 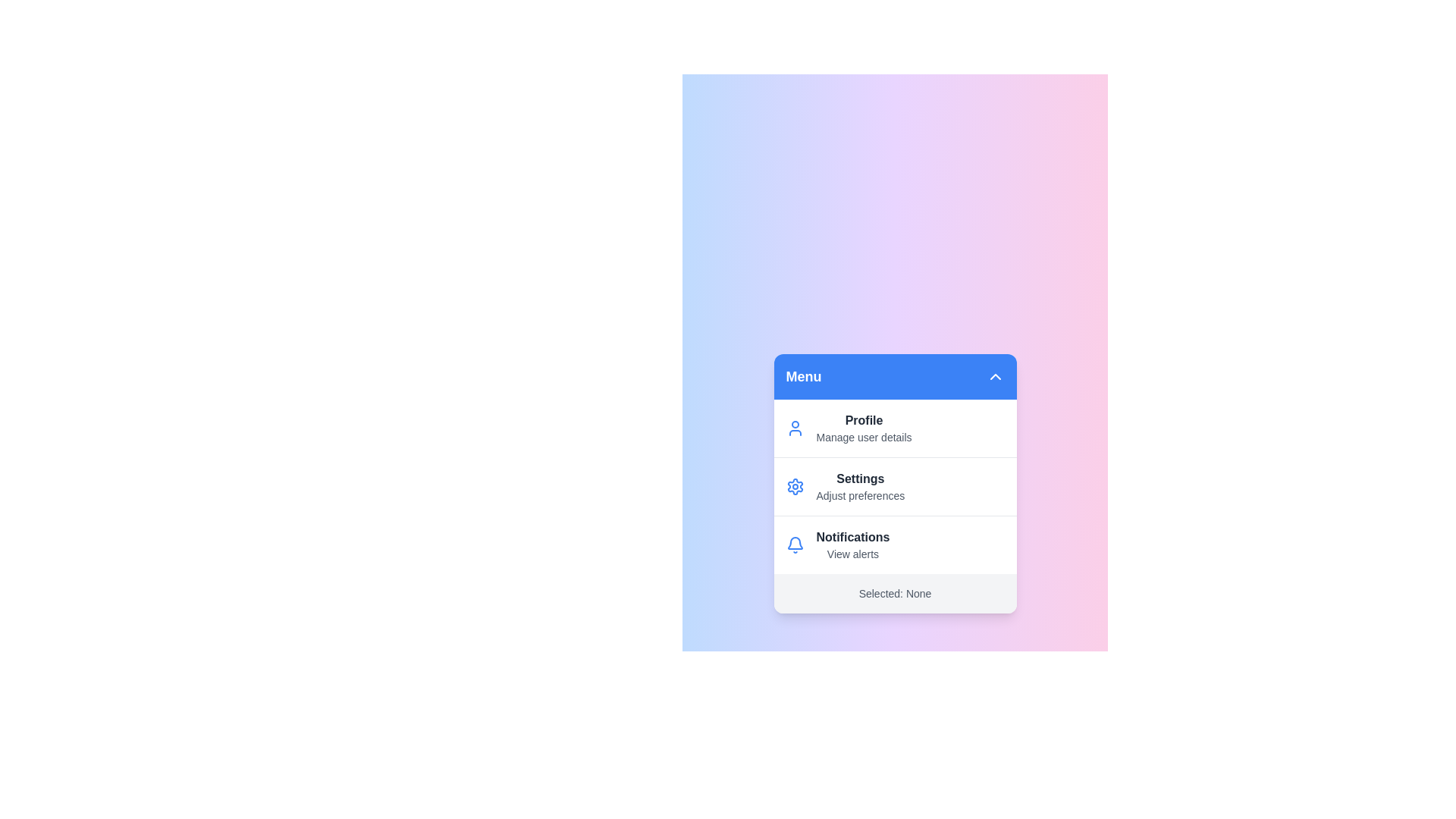 What do you see at coordinates (995, 376) in the screenshot?
I see `the toggle button in the header to toggle the menu visibility` at bounding box center [995, 376].